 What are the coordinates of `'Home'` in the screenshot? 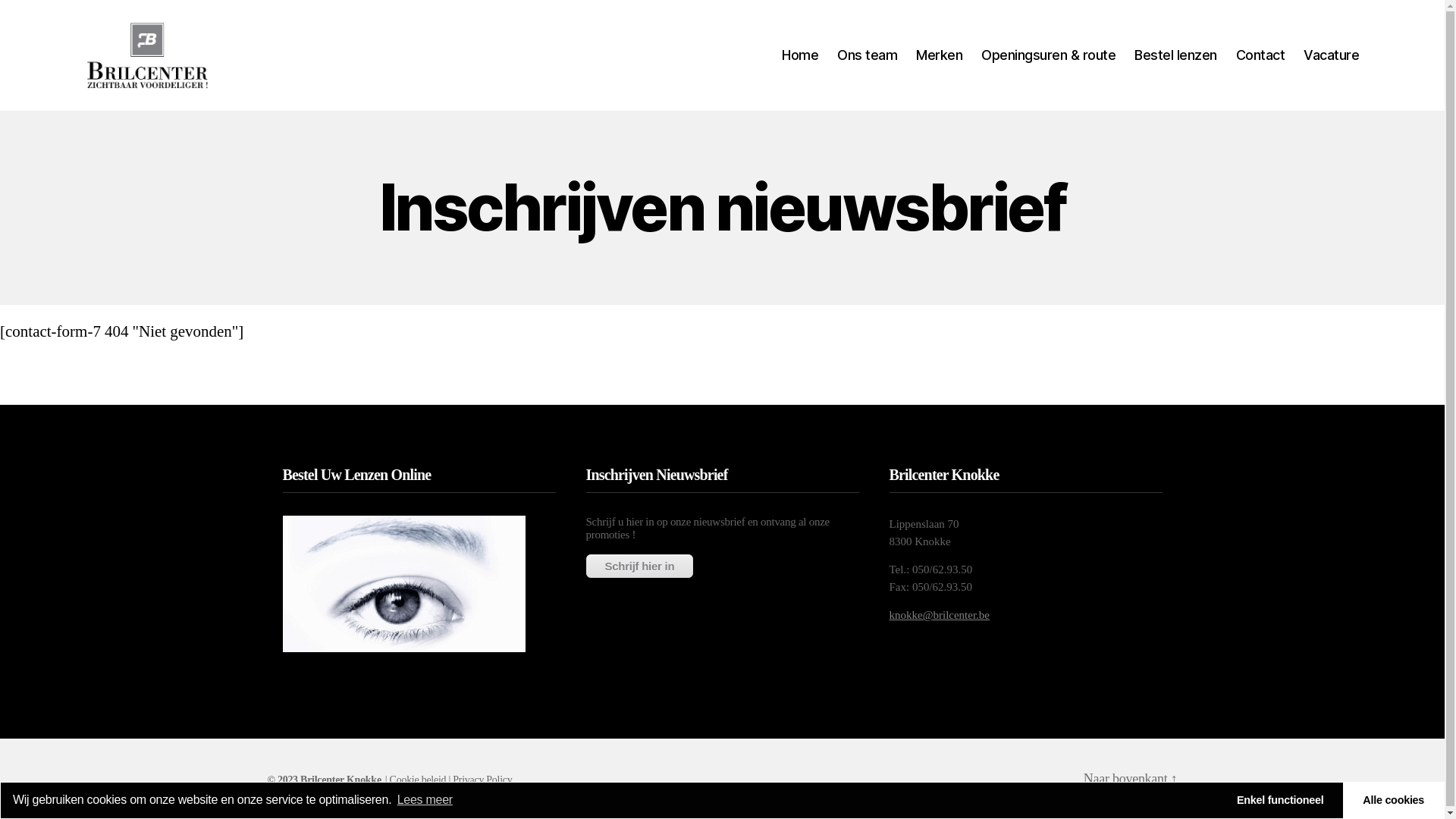 It's located at (799, 55).